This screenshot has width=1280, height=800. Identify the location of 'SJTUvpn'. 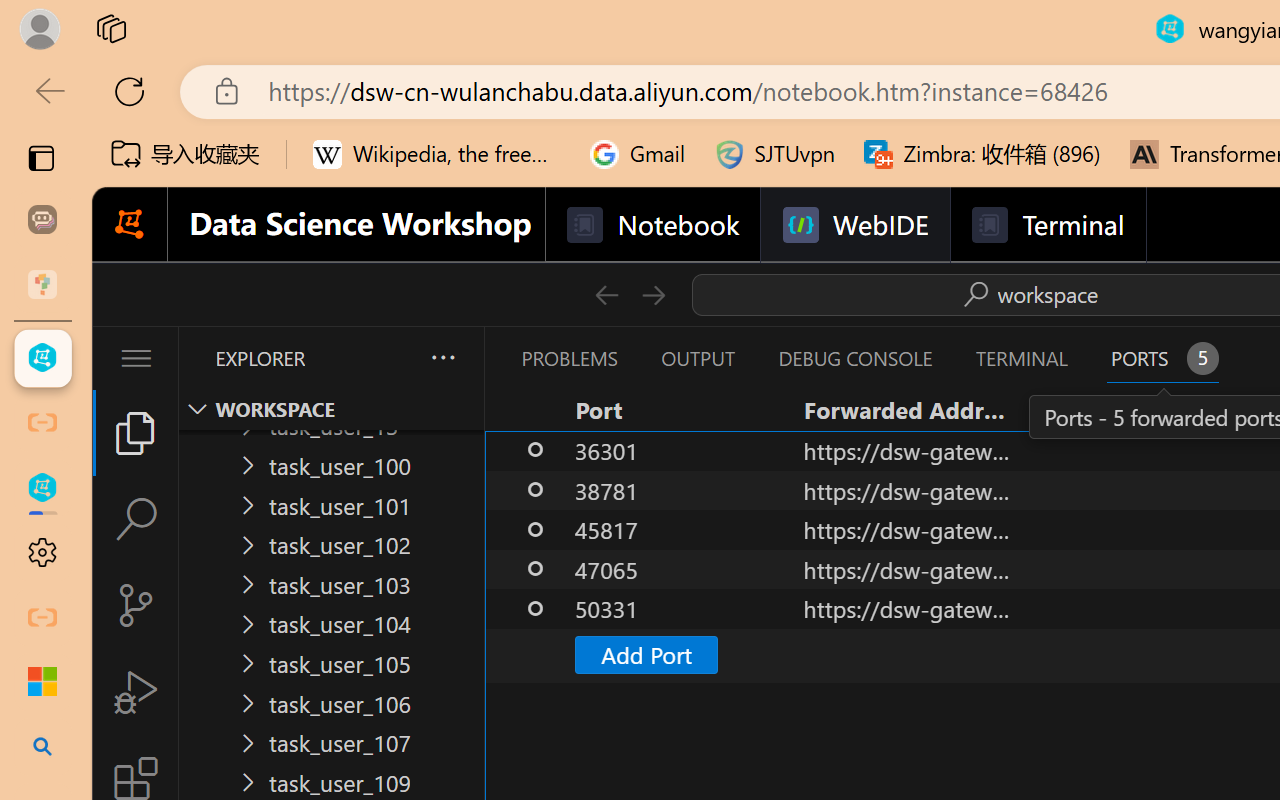
(773, 154).